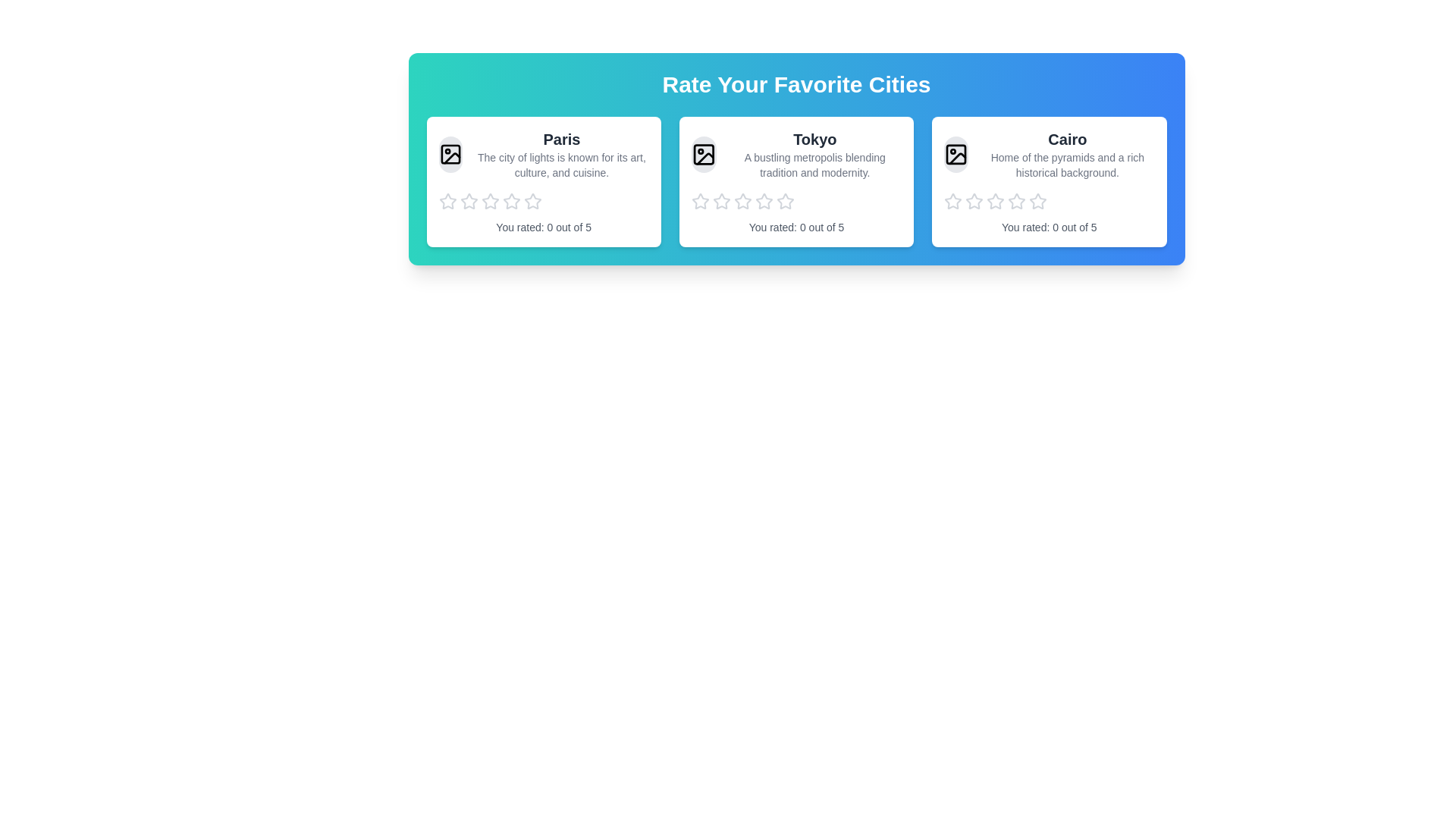 This screenshot has height=819, width=1456. What do you see at coordinates (532, 200) in the screenshot?
I see `the fourth star-shaped Rating icon in the 'Paris' card, which is styled with a hollow outline and light gray color, indicating an inactive state` at bounding box center [532, 200].